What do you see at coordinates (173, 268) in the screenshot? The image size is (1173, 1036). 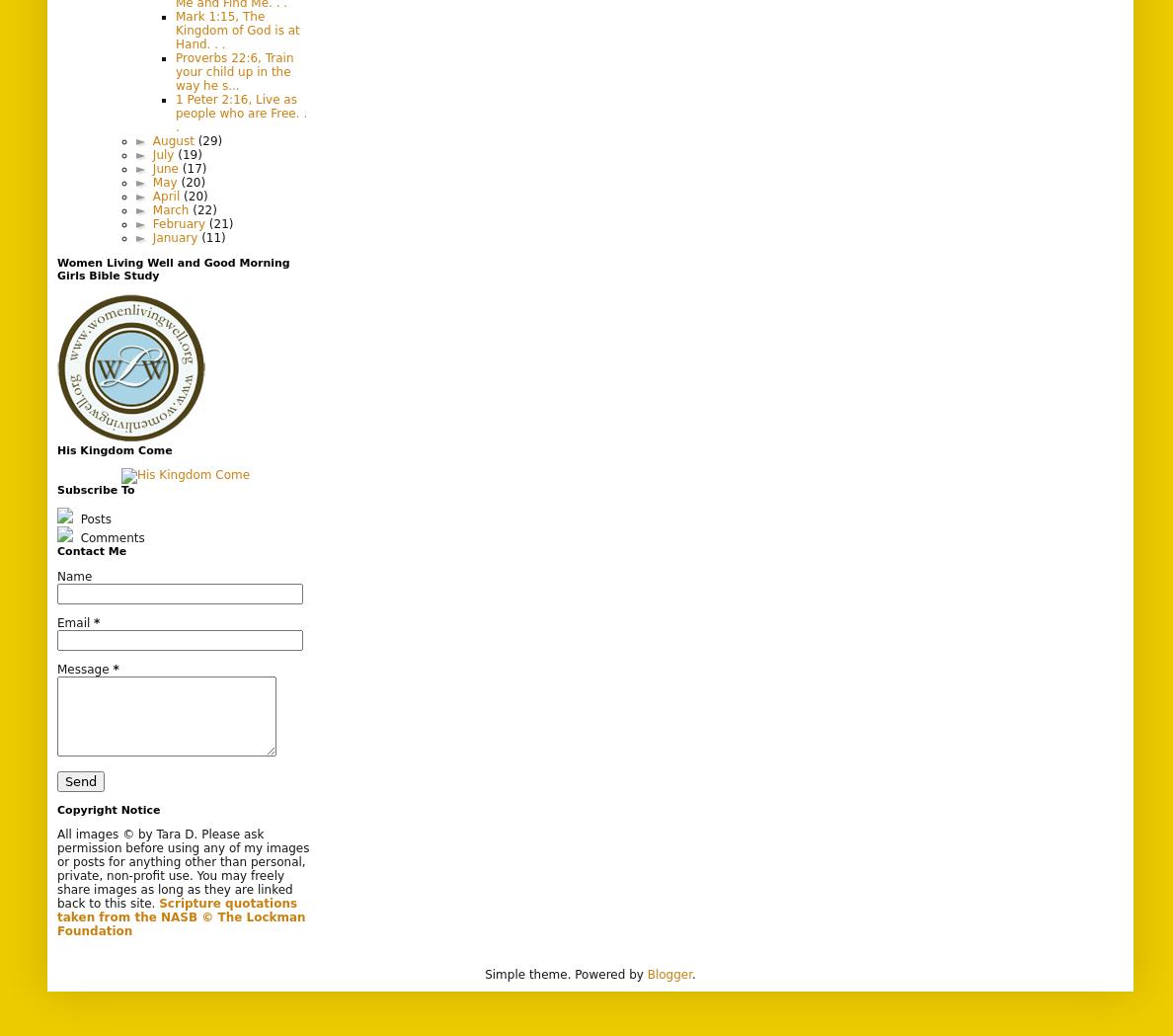 I see `'Women Living Well and Good Morning Girls Bible Study'` at bounding box center [173, 268].